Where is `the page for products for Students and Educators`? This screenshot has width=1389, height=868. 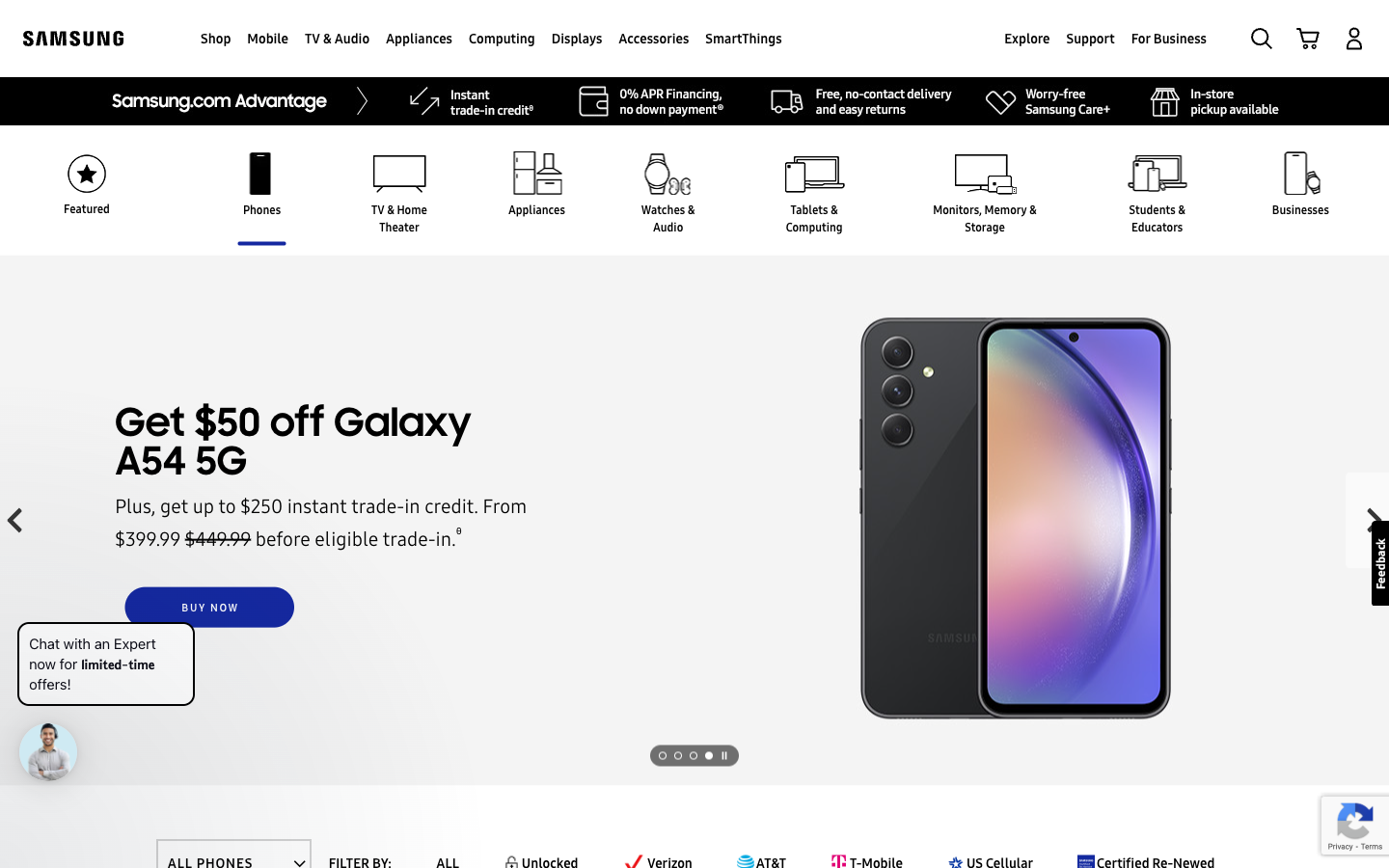 the page for products for Students and Educators is located at coordinates (1157, 217).